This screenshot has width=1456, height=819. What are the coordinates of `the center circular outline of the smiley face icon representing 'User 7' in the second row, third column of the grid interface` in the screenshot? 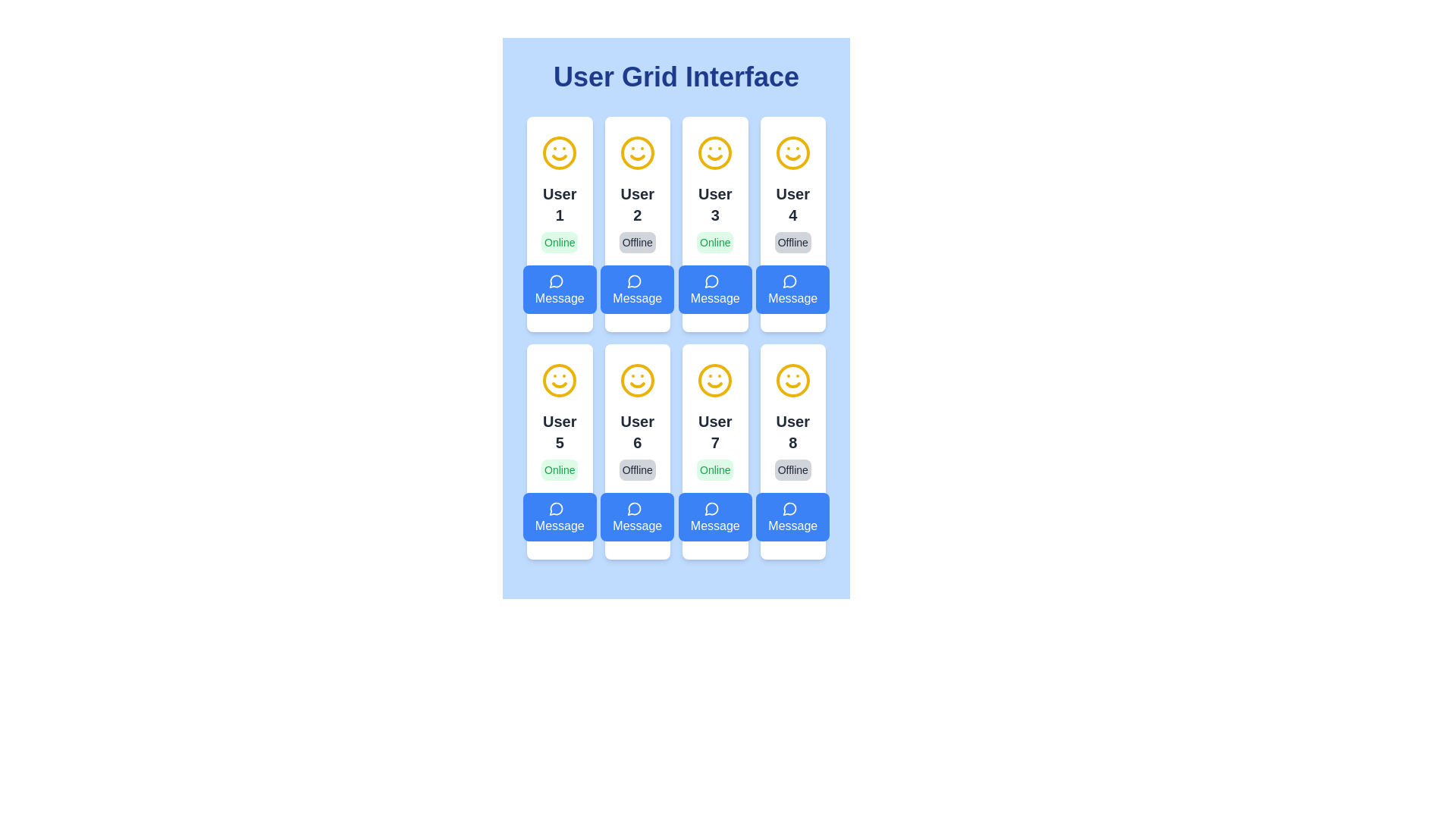 It's located at (714, 379).